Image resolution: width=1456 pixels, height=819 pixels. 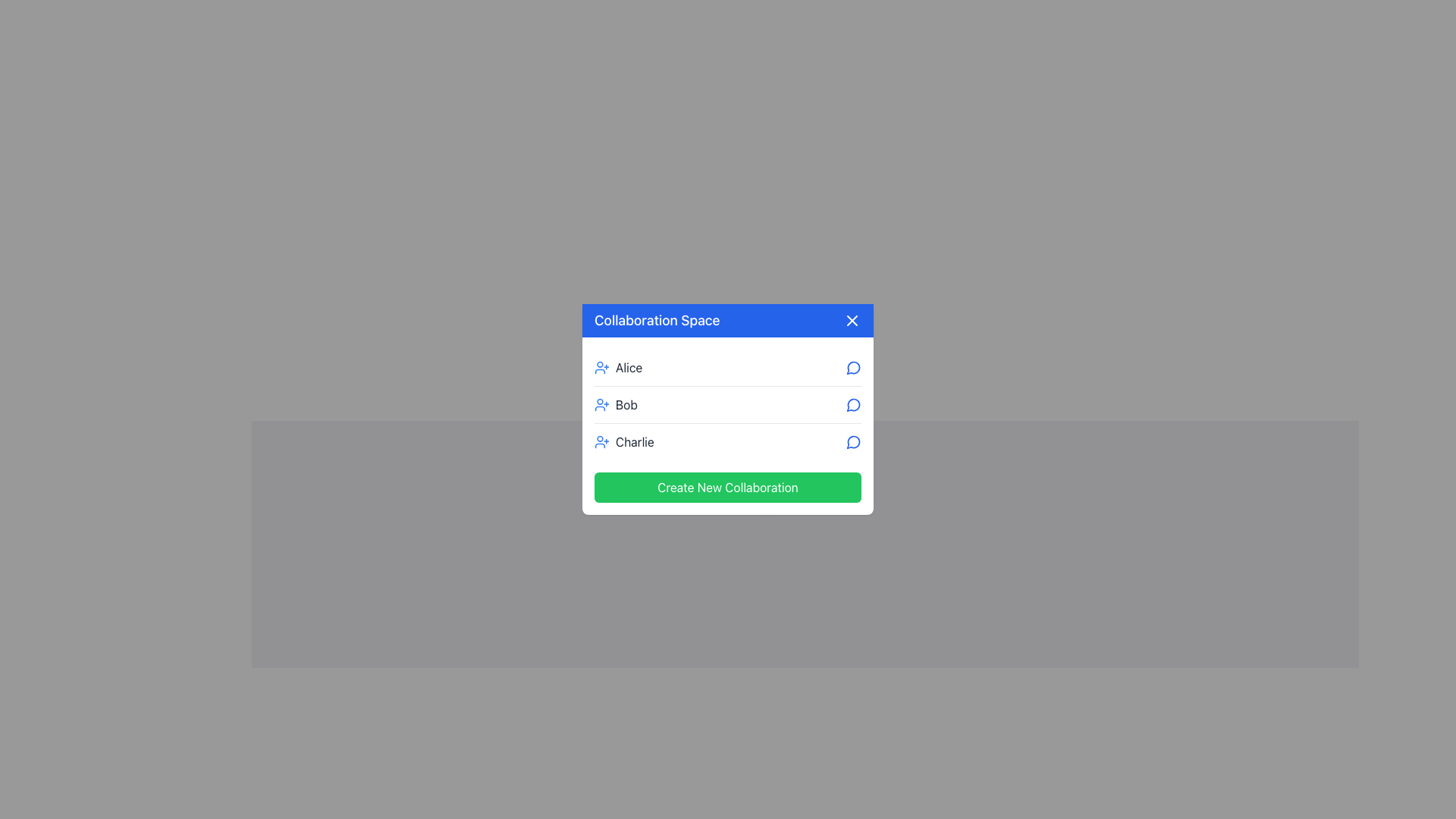 I want to click on the list item displaying the name 'Bob' within the 'Collaboration Space' card, so click(x=728, y=426).